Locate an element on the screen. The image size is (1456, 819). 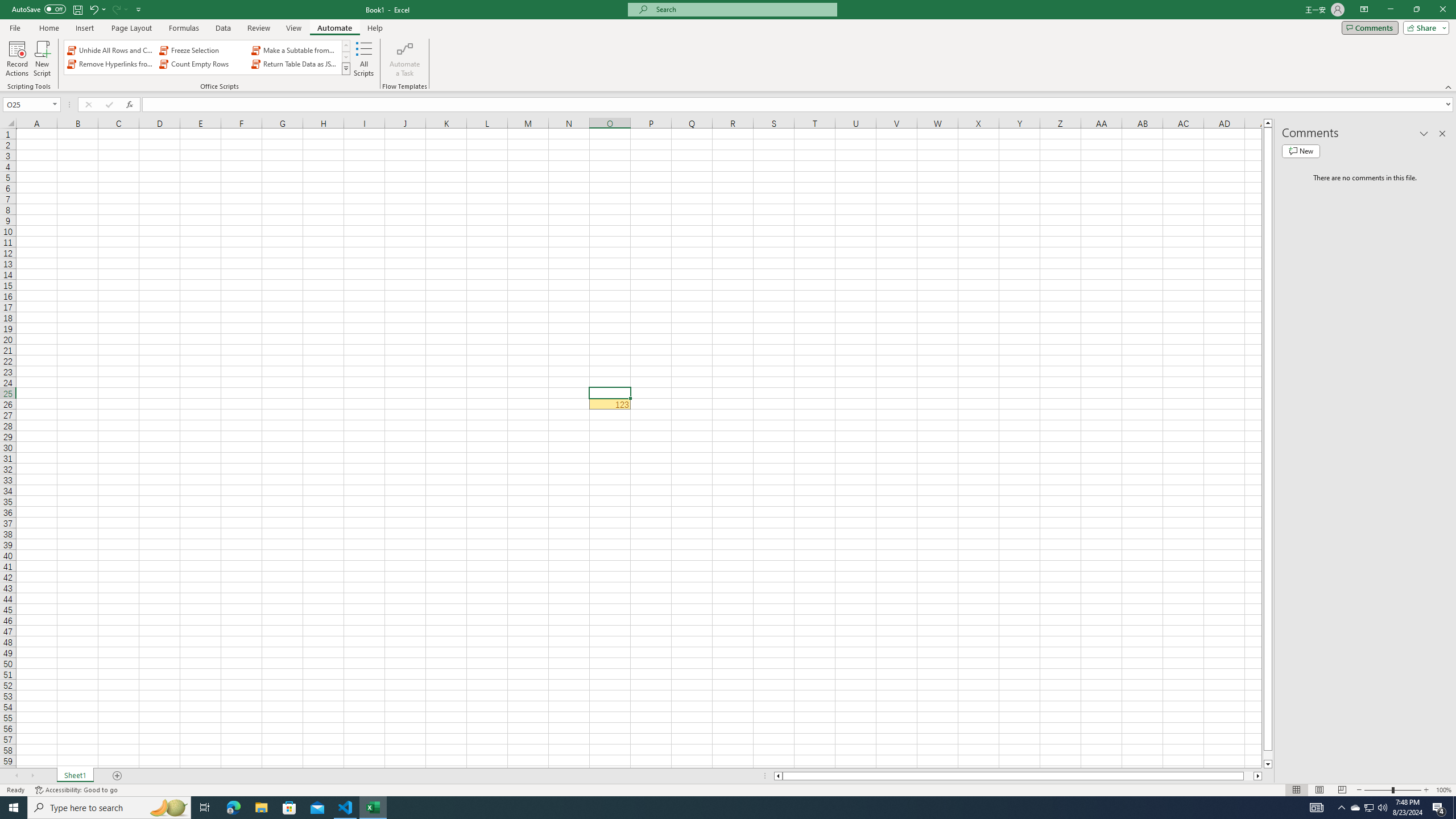
'AutomationID: OfficeScriptsGallery' is located at coordinates (206, 57).